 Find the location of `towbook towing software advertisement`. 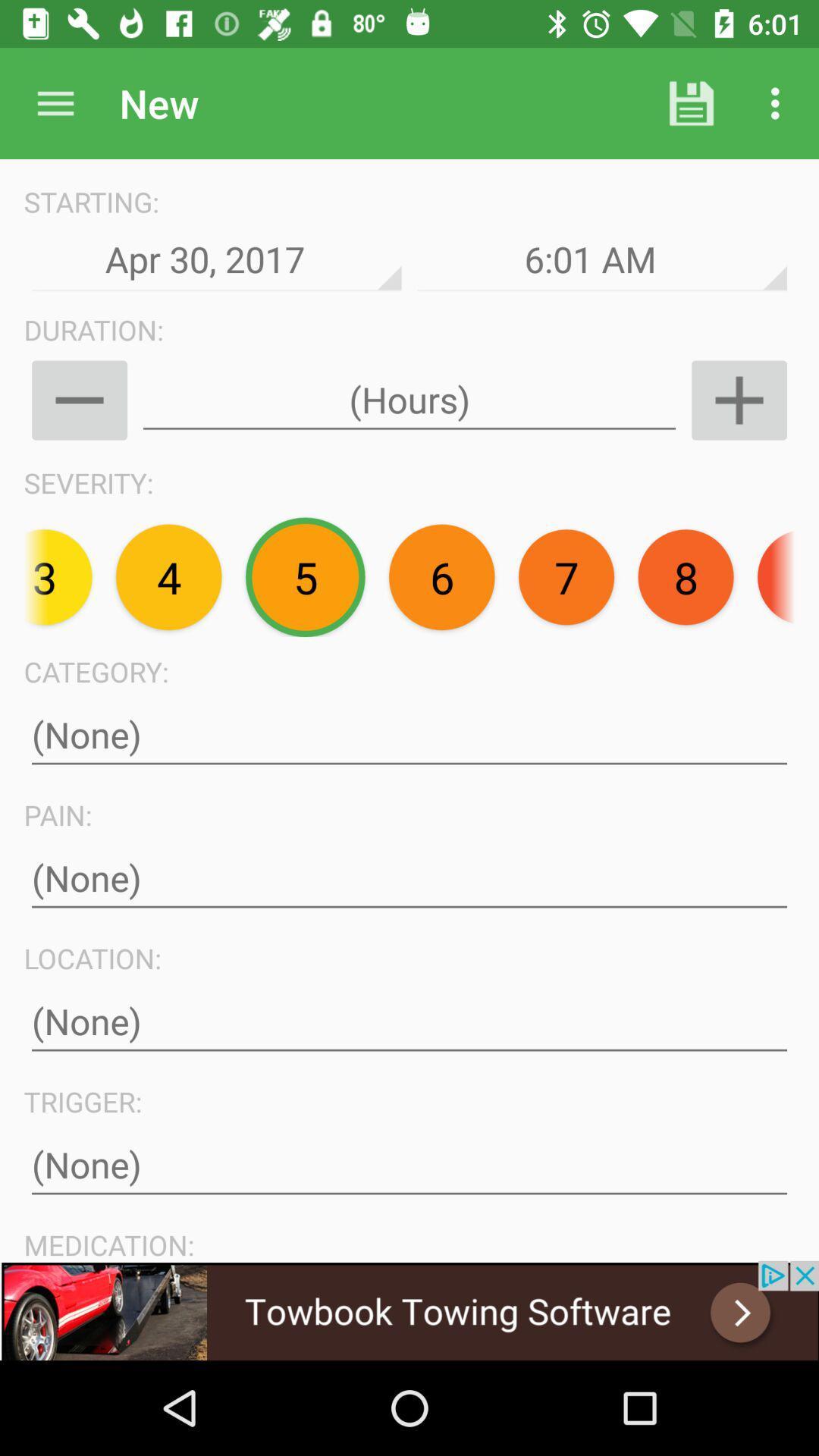

towbook towing software advertisement is located at coordinates (409, 1310).